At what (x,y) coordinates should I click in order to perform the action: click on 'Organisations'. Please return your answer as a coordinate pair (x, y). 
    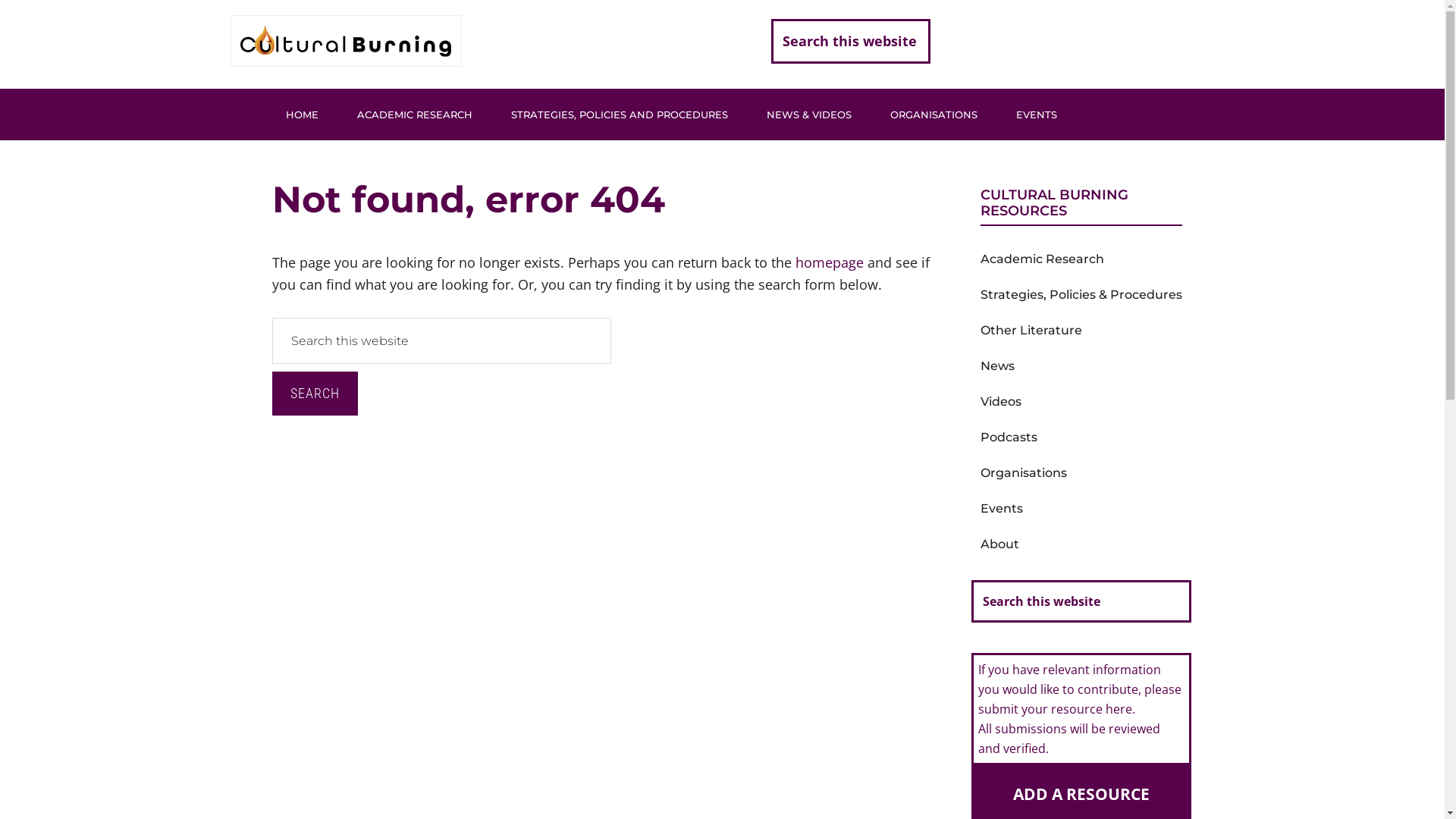
    Looking at the image, I should click on (1022, 472).